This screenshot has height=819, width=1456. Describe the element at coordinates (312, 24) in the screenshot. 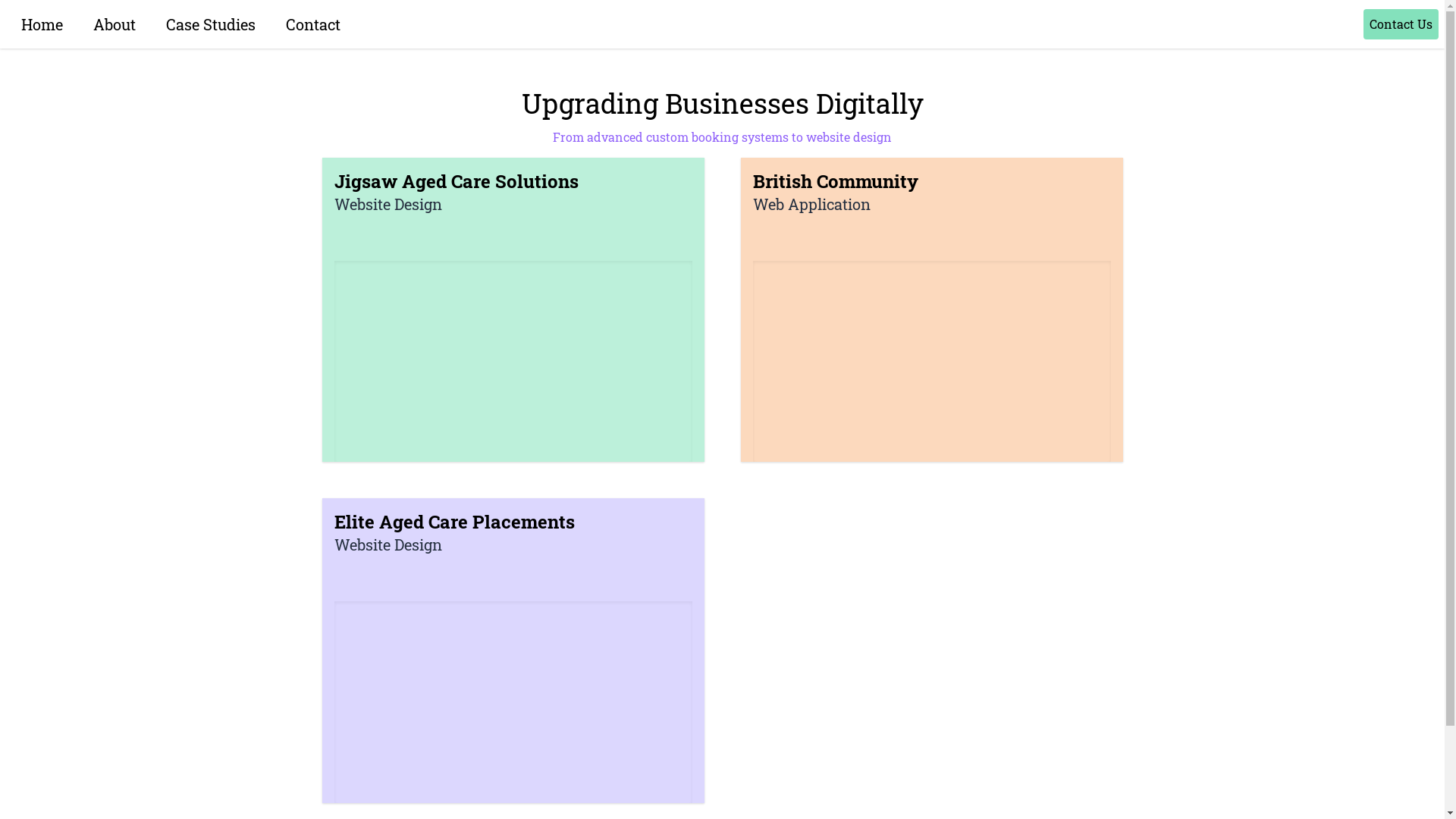

I see `'Contact'` at that location.